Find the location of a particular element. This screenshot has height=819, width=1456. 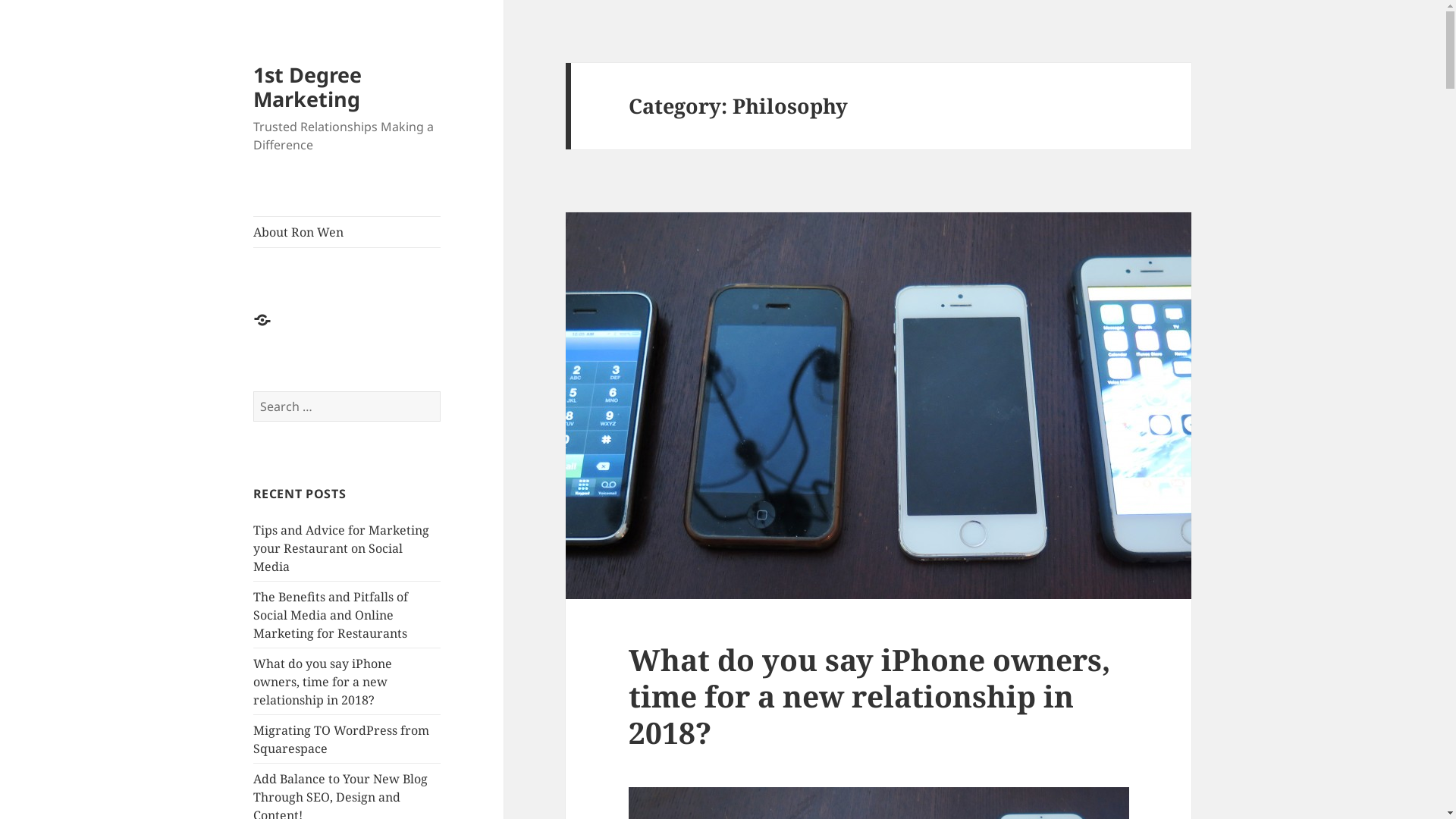

'About Ron Wen' is located at coordinates (271, 328).